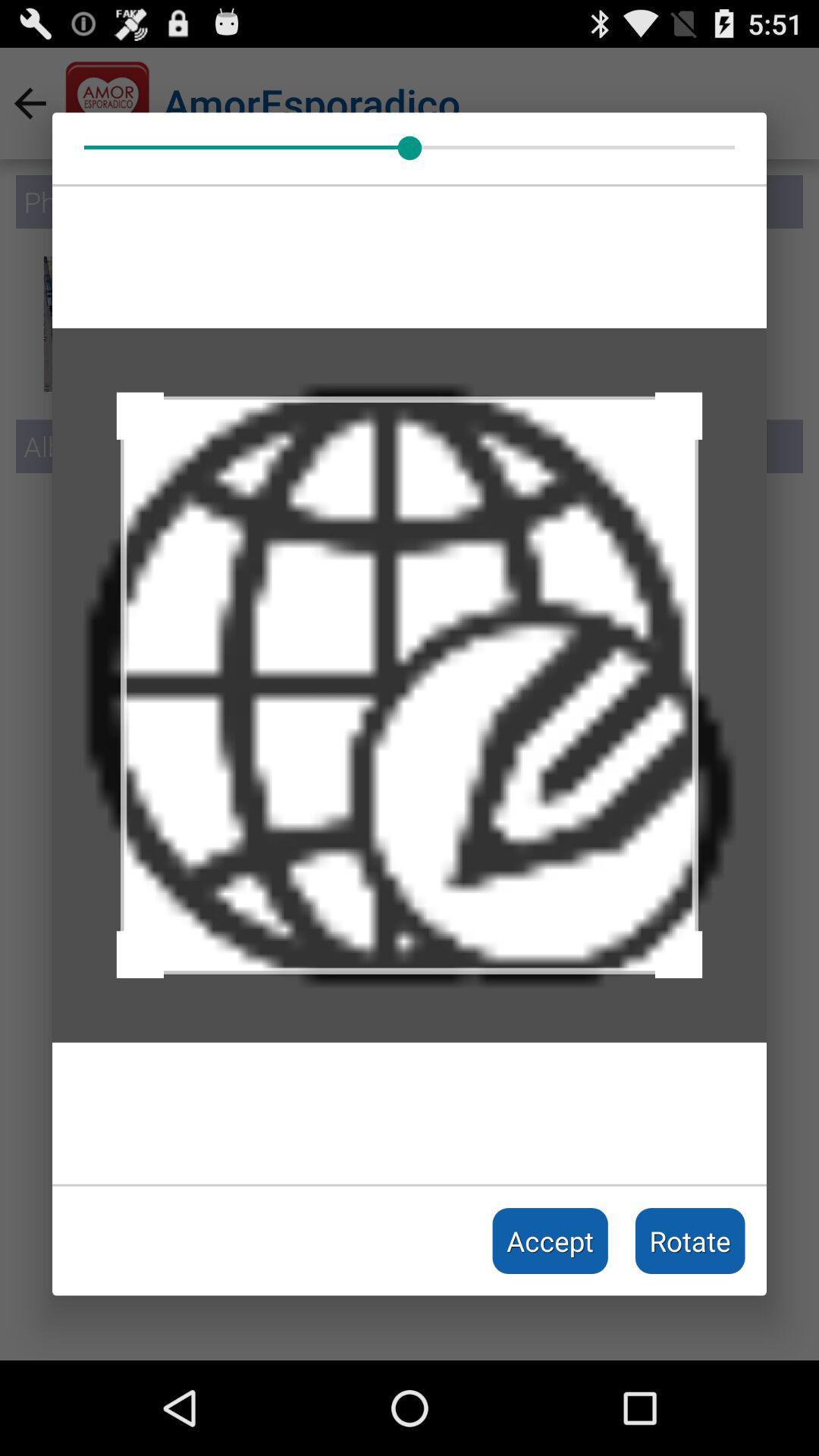 The image size is (819, 1456). Describe the element at coordinates (690, 1241) in the screenshot. I see `the rotate icon` at that location.